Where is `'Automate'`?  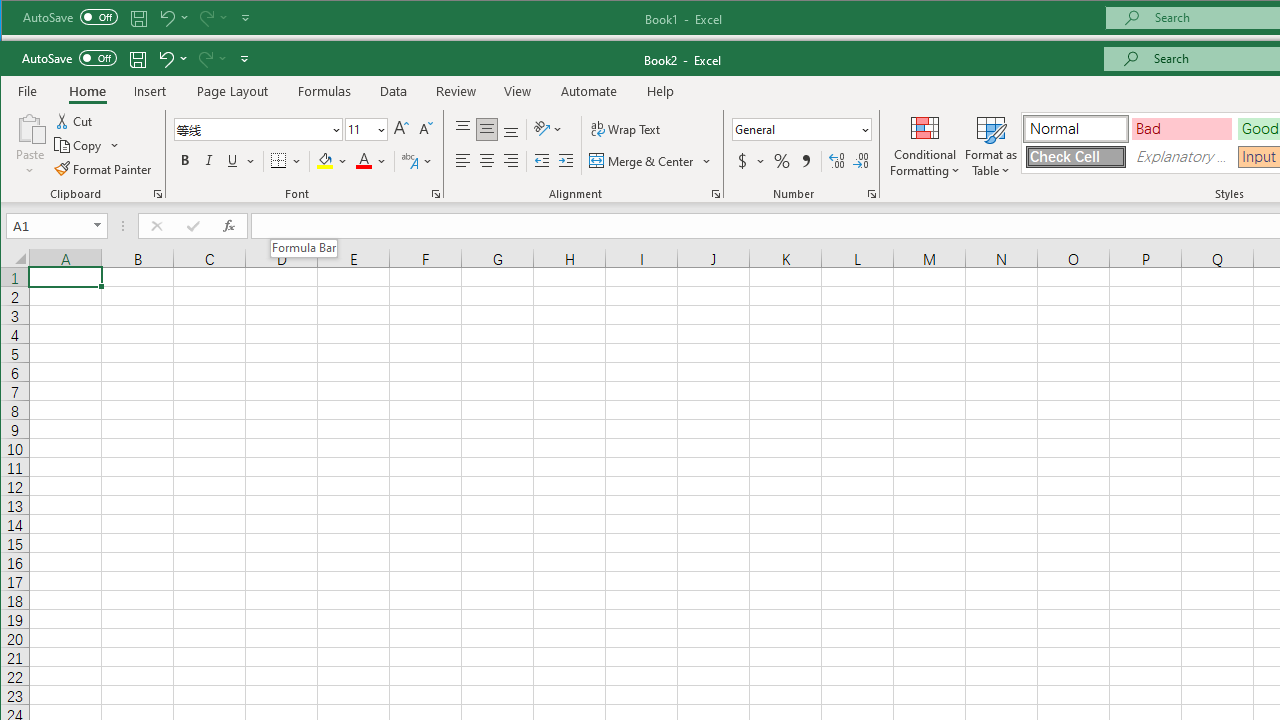
'Automate' is located at coordinates (589, 91).